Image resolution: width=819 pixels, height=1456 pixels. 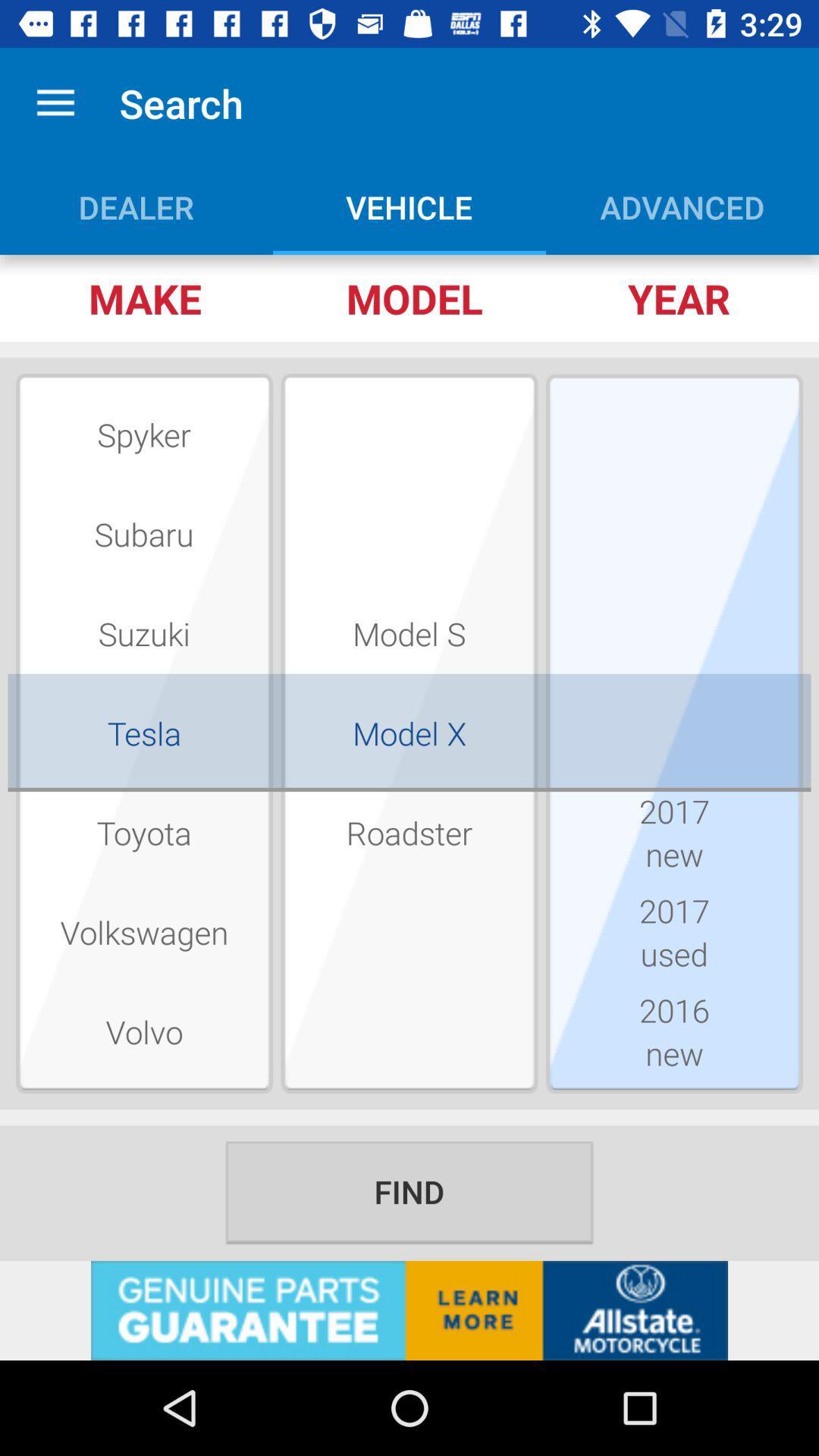 I want to click on advertisement, so click(x=409, y=1310).